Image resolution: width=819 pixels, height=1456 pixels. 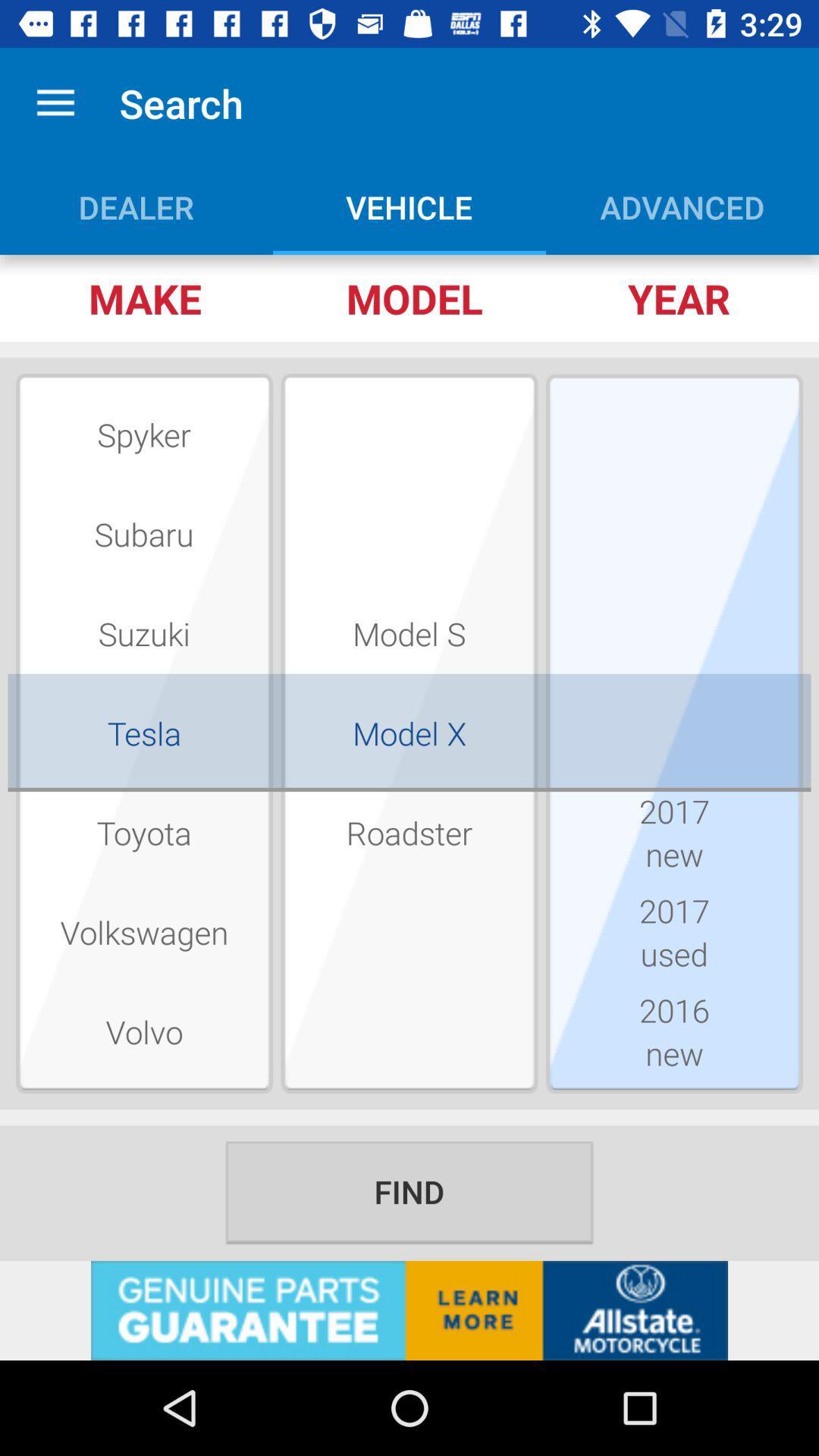 I want to click on advertisement, so click(x=409, y=1310).